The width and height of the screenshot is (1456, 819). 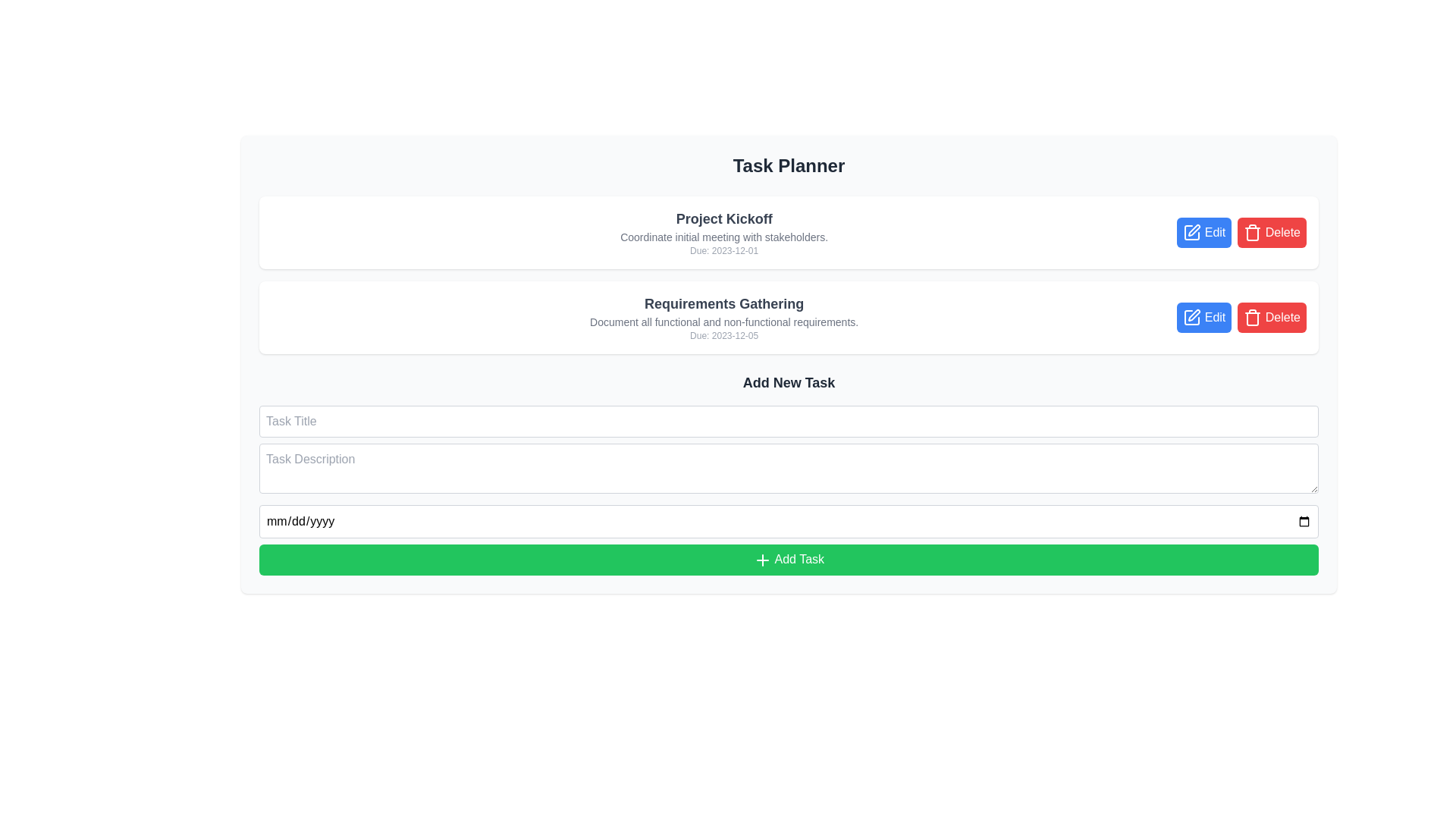 I want to click on the text in the 'Requirements Gathering' Text Content Block, which contains three lines of text including 'Requirements Gathering', 'Document all functional and non-functional requirements.', and 'Due: 2023-12-05', so click(x=723, y=317).